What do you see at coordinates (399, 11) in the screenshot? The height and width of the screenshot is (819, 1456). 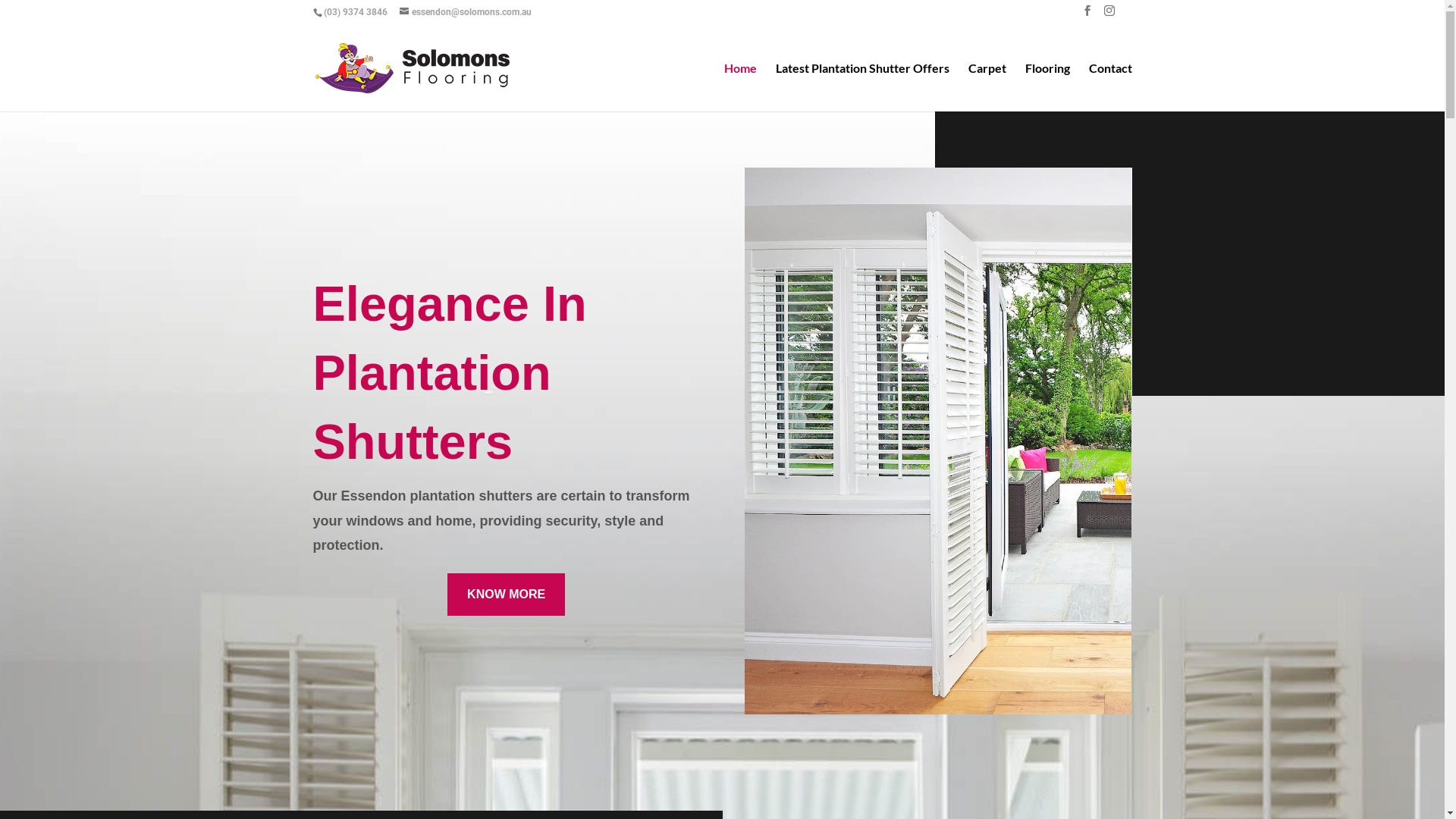 I see `'essendon@solomons.com.au'` at bounding box center [399, 11].